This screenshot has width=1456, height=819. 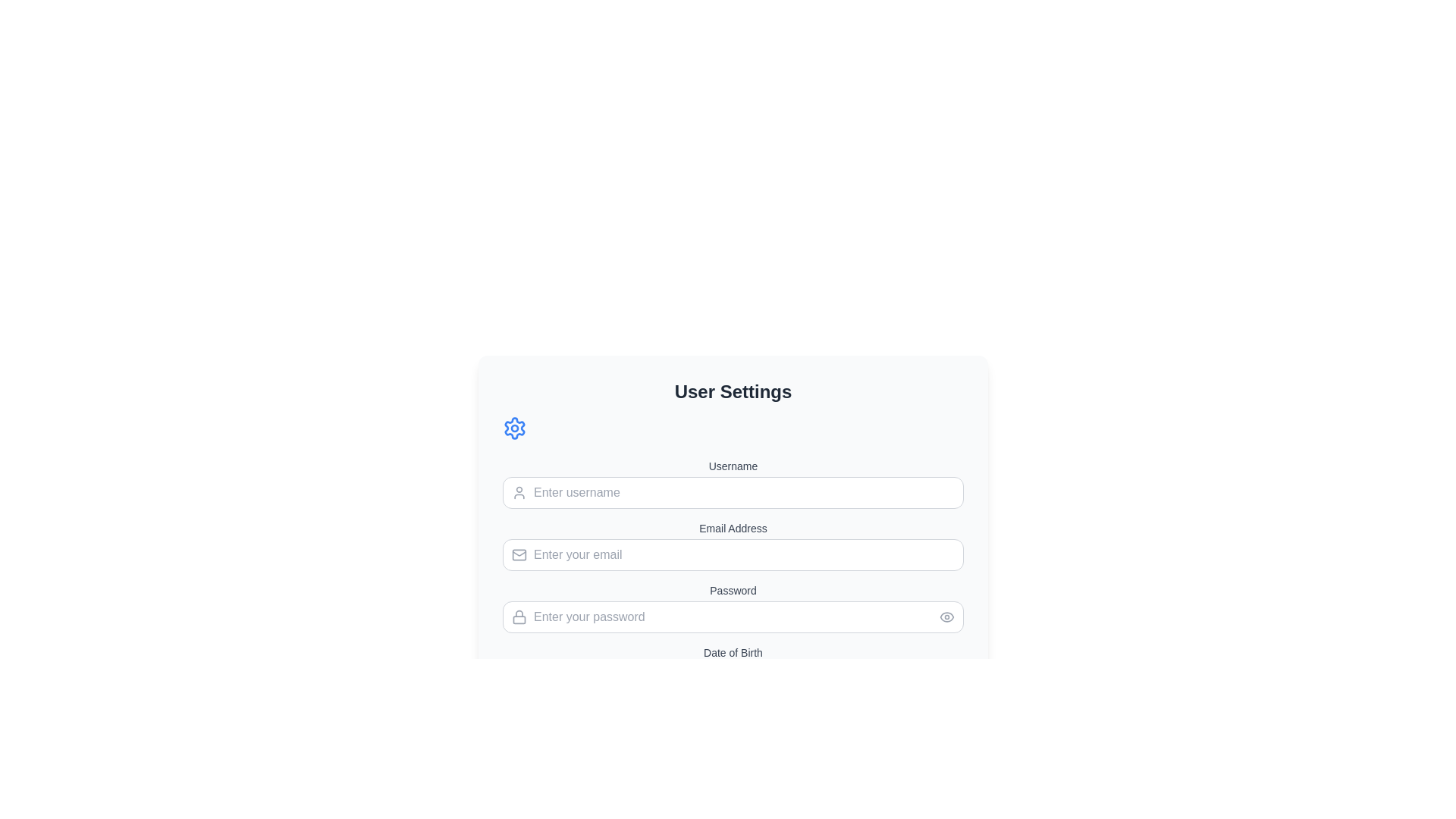 What do you see at coordinates (519, 493) in the screenshot?
I see `the icon that visually indicates the username input field, located to the far left of the input field and aligned vertically with its center` at bounding box center [519, 493].